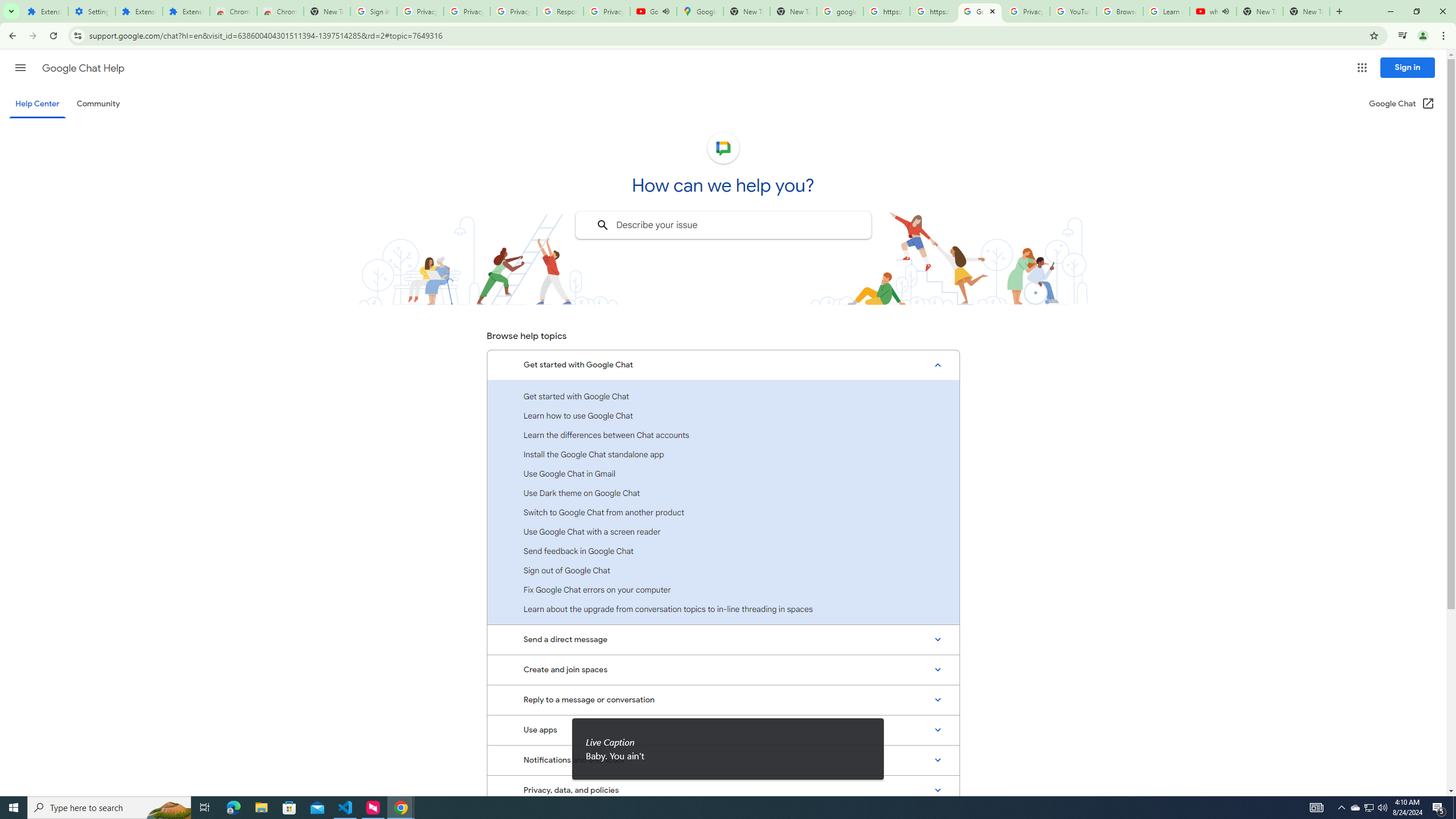  Describe the element at coordinates (185, 11) in the screenshot. I see `'Extensions'` at that location.